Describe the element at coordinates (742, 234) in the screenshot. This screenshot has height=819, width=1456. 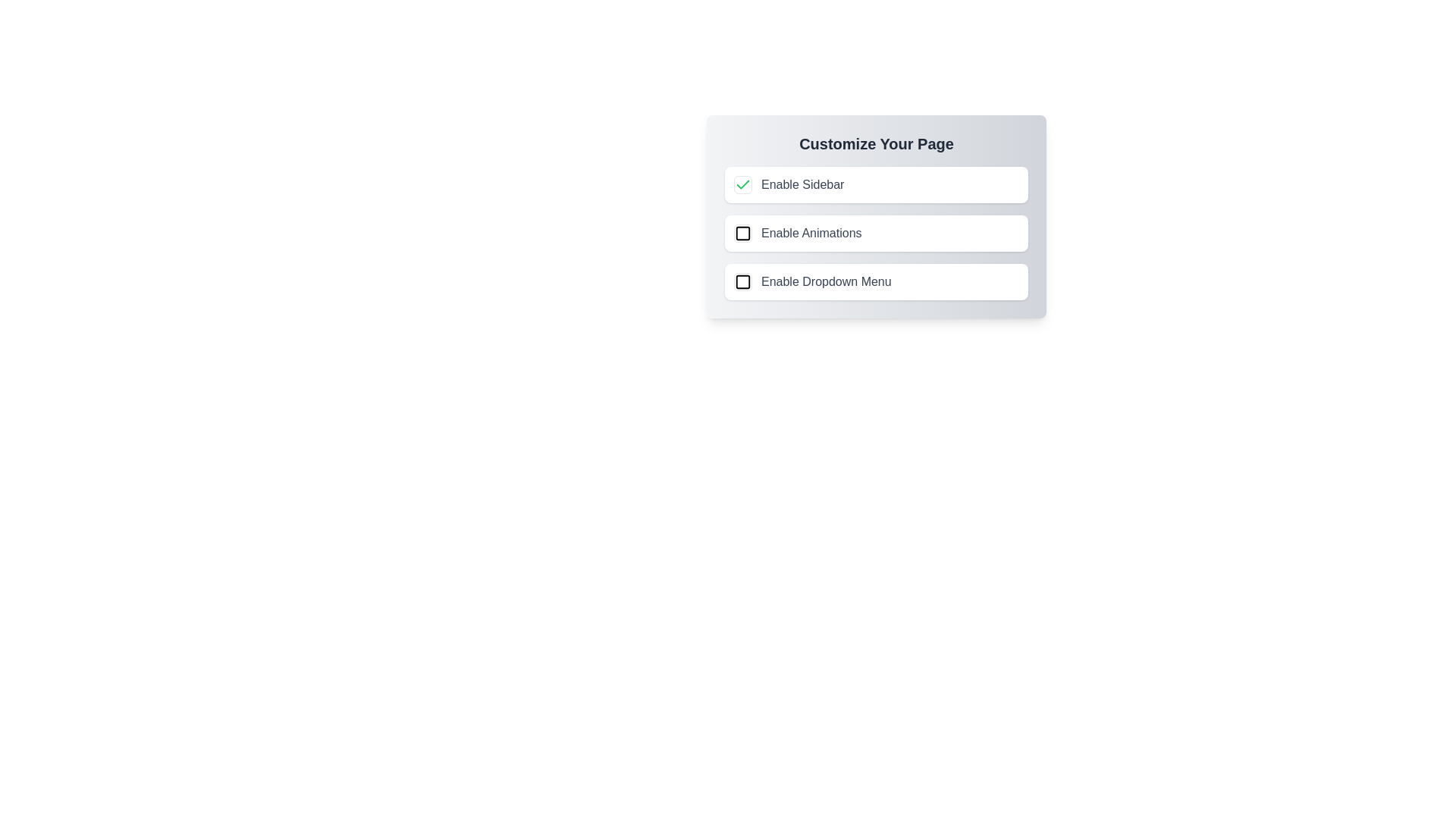
I see `the Checkbox-like toggle button, which is a square button with rounded corners located to the left of the text 'Enable Animations' in the second row of the 'Customize Your Page' section` at that location.